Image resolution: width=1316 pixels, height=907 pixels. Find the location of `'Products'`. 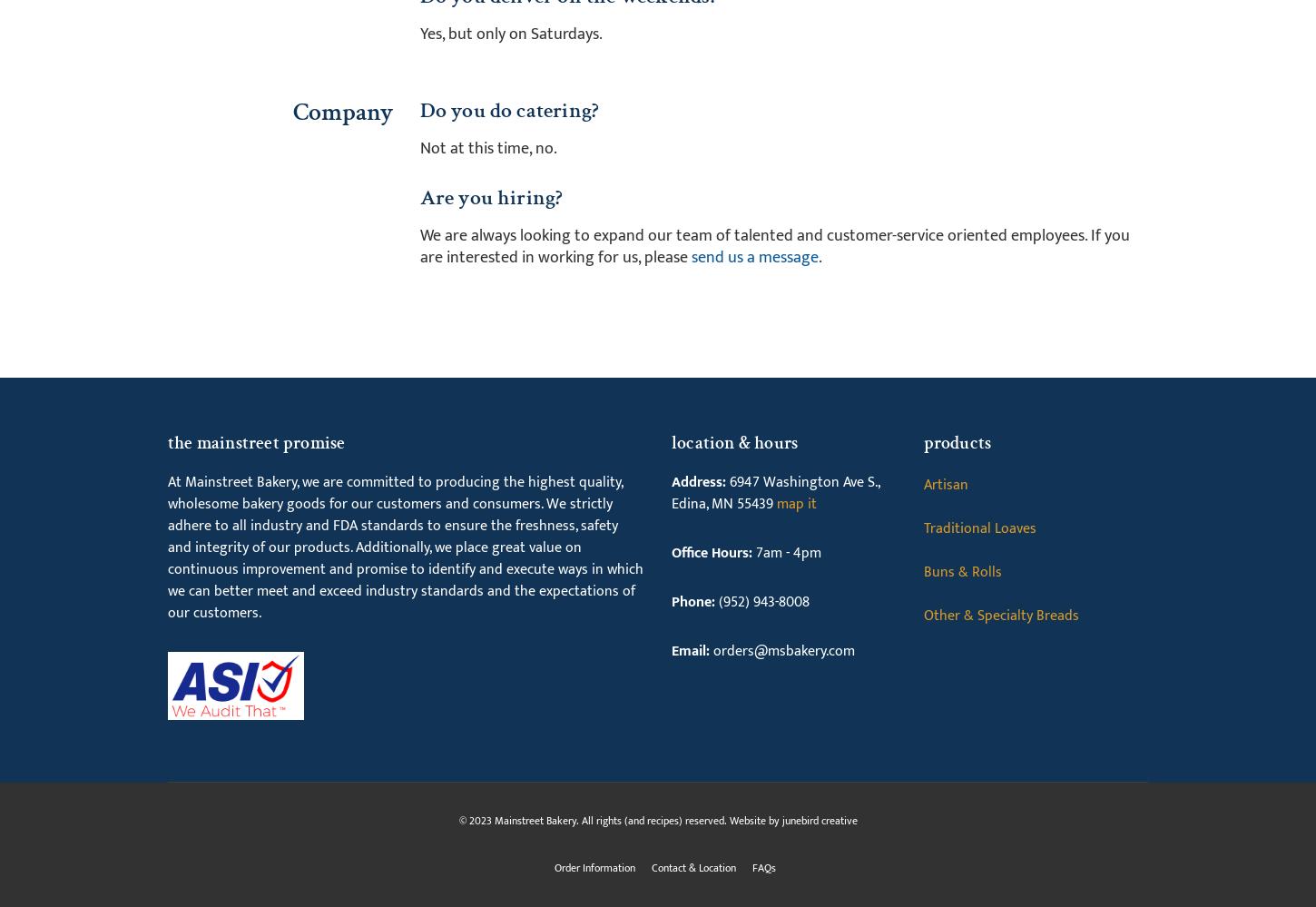

'Products' is located at coordinates (957, 442).